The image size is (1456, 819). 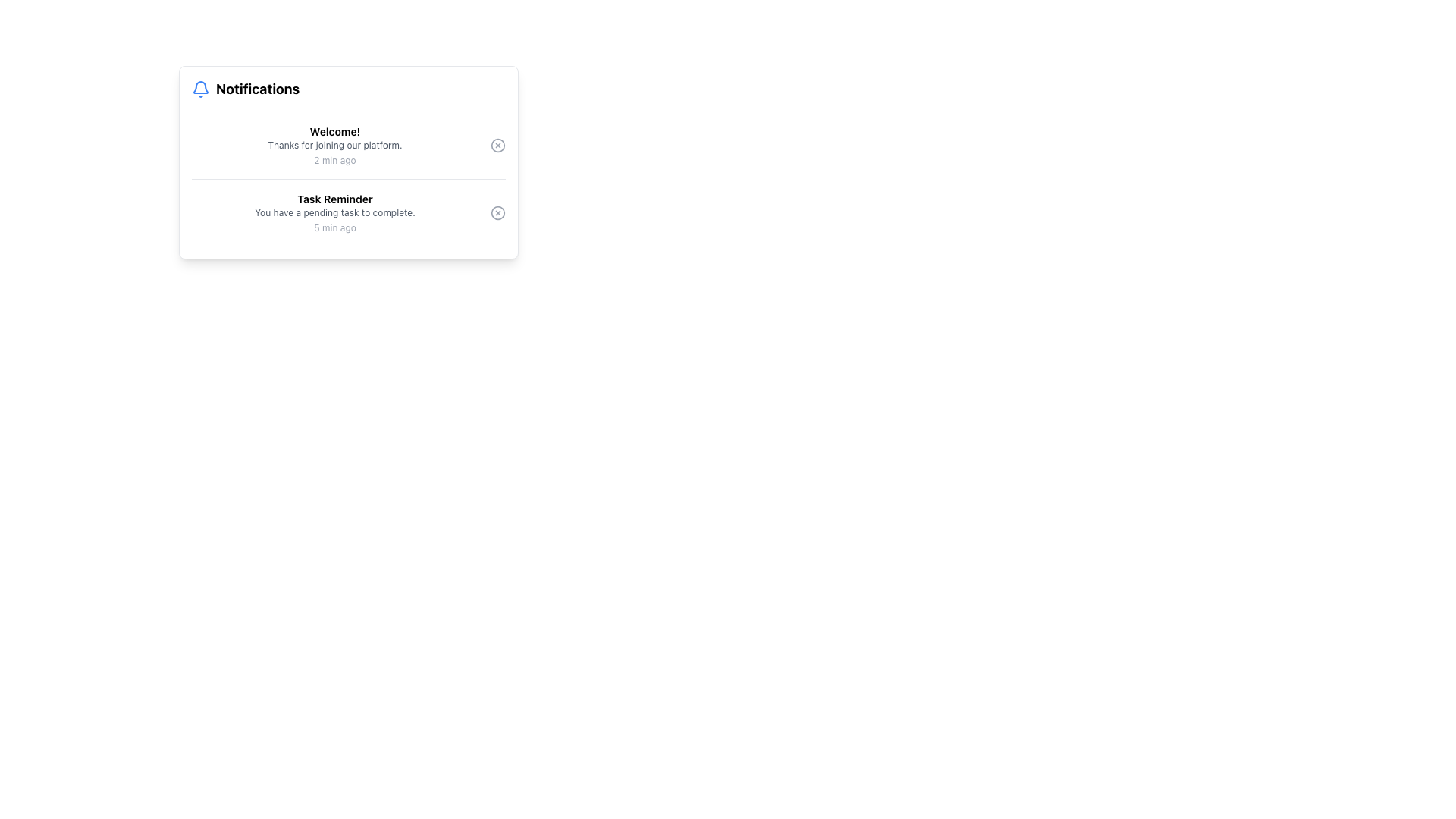 I want to click on the second notification item in the notification card that informs the user about a pending task and its creation time, so click(x=348, y=212).